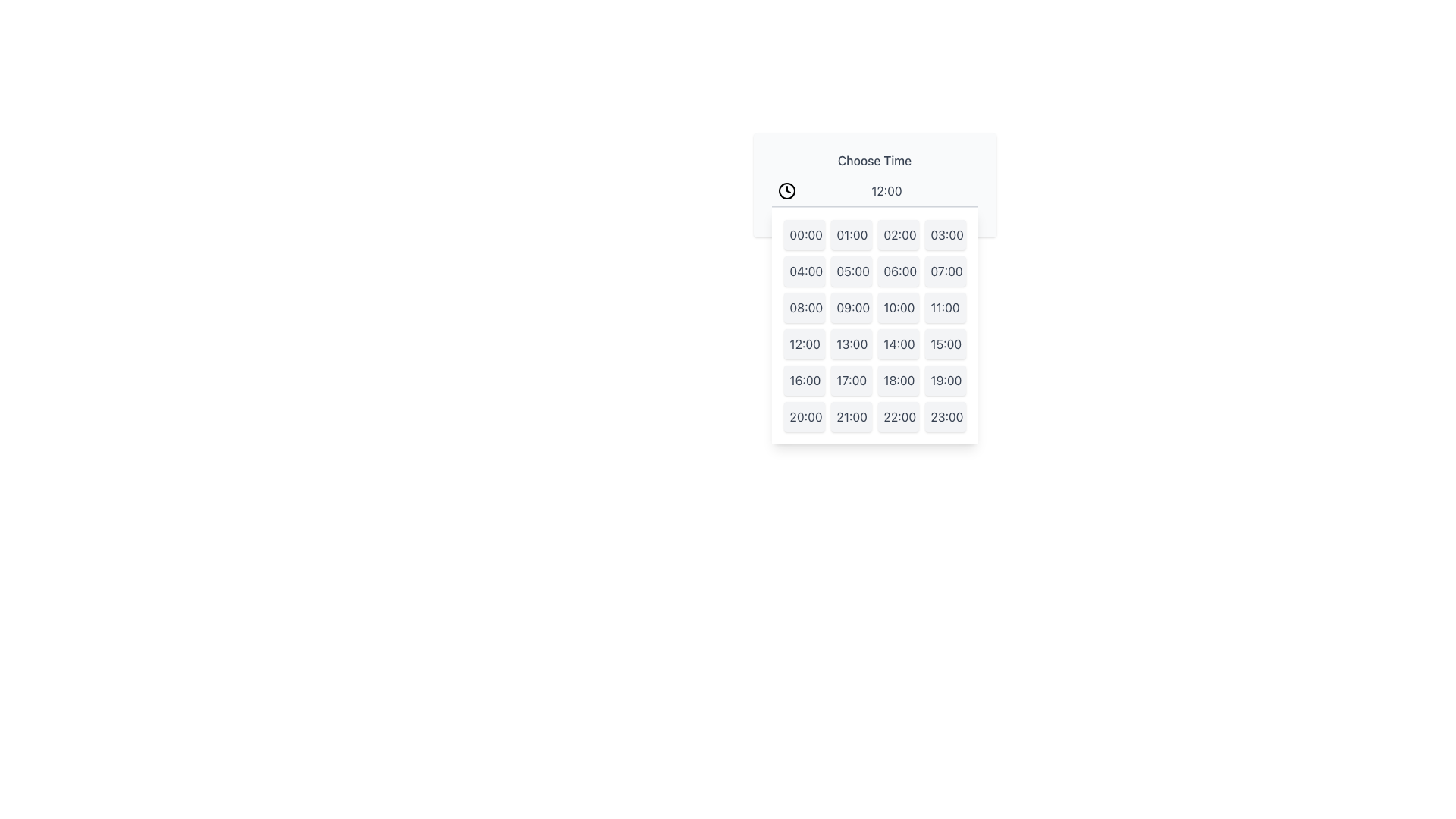 The width and height of the screenshot is (1456, 819). I want to click on the button located in the third row and third column of the time selection grid, so click(898, 379).